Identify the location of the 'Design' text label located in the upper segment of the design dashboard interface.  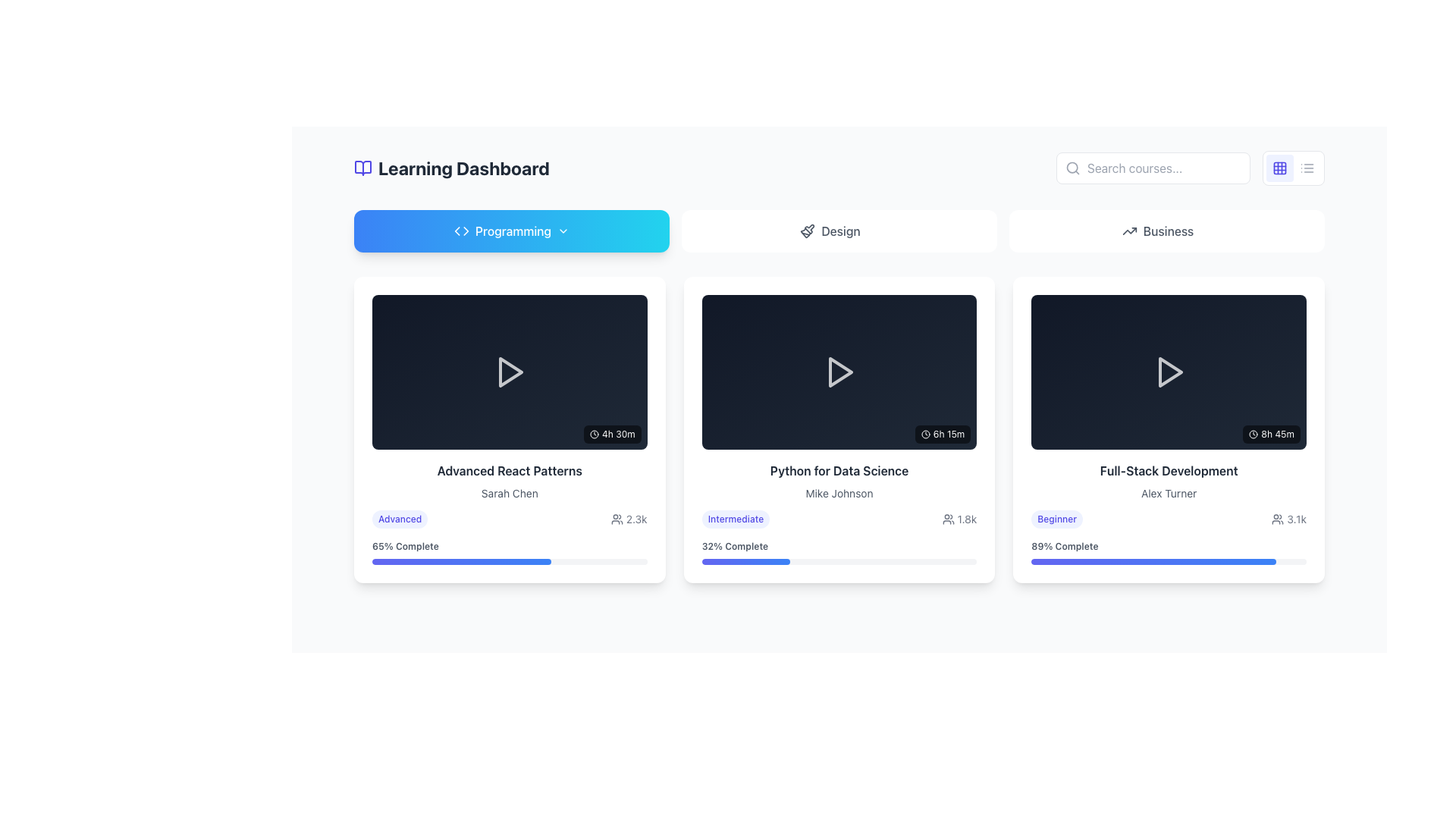
(839, 231).